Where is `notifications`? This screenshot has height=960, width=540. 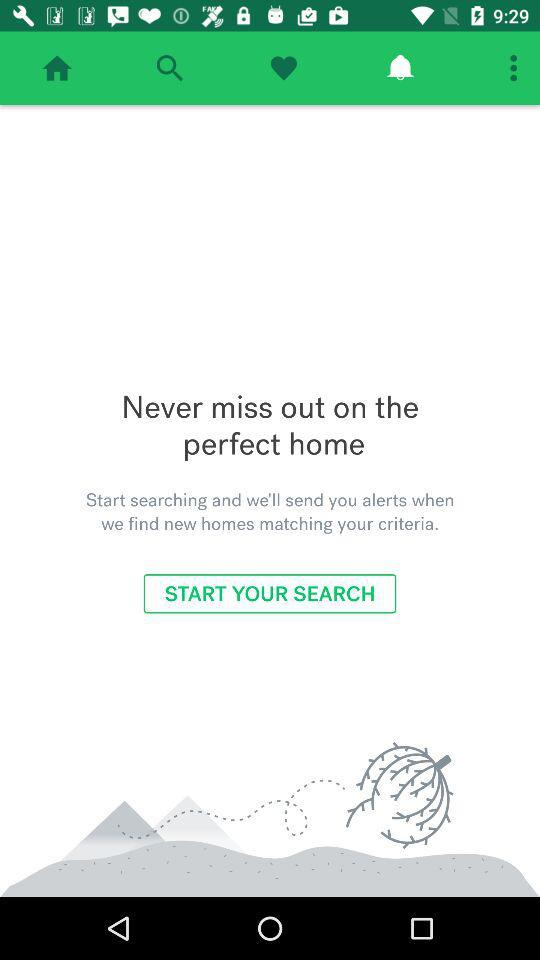 notifications is located at coordinates (400, 68).